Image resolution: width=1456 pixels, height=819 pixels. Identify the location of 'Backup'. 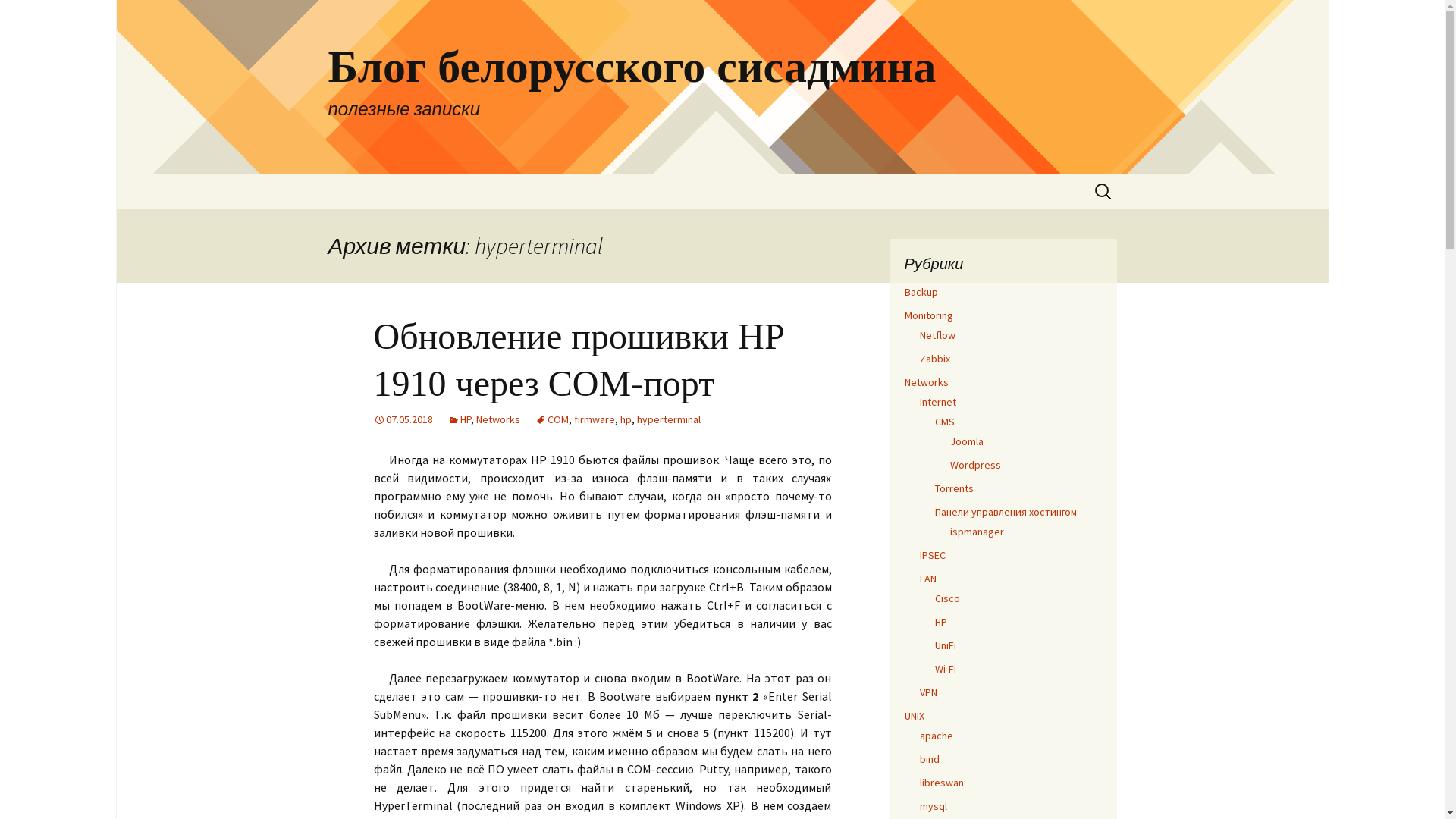
(920, 292).